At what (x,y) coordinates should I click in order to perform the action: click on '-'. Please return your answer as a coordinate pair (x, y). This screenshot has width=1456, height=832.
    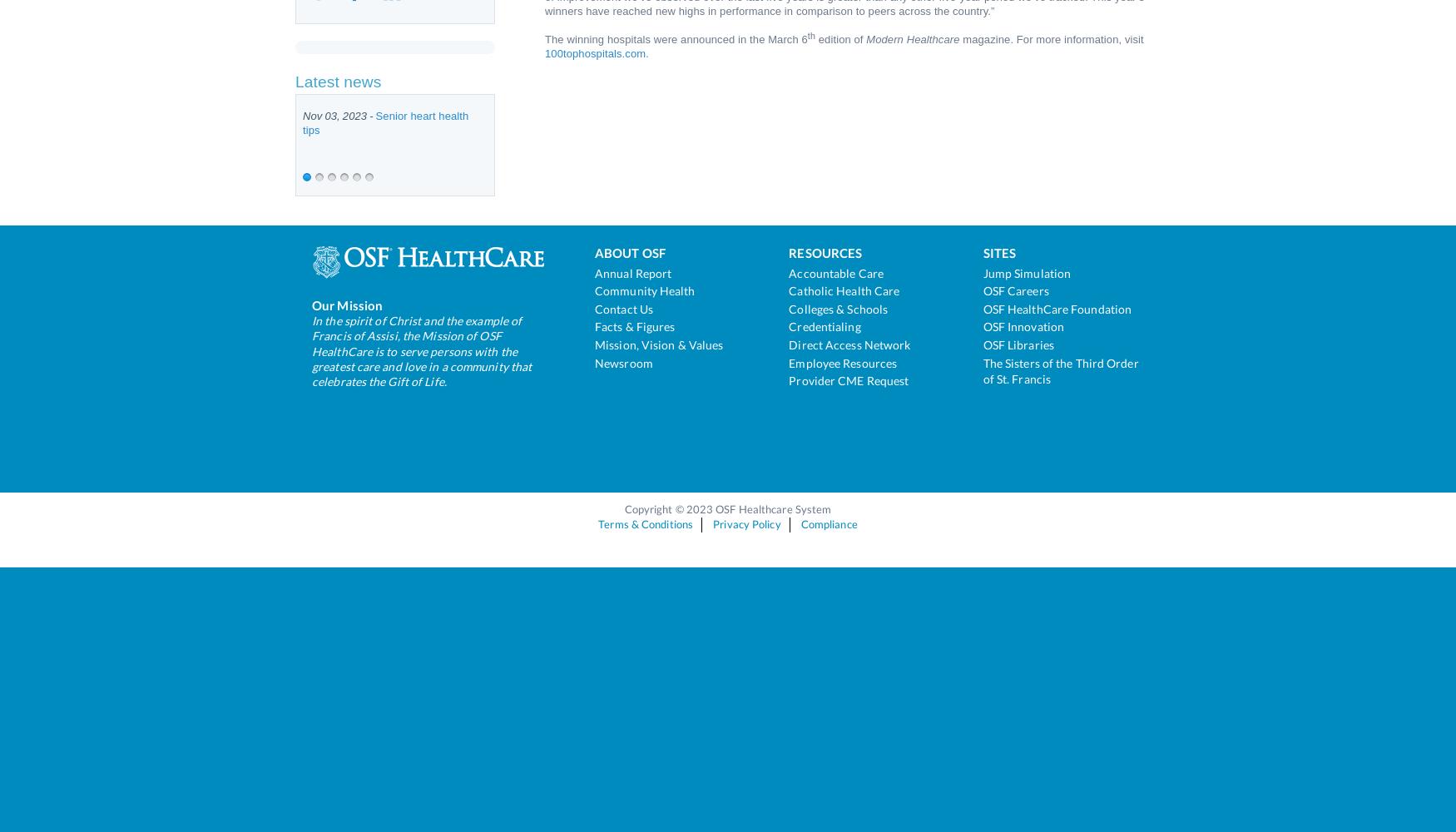
    Looking at the image, I should click on (371, 116).